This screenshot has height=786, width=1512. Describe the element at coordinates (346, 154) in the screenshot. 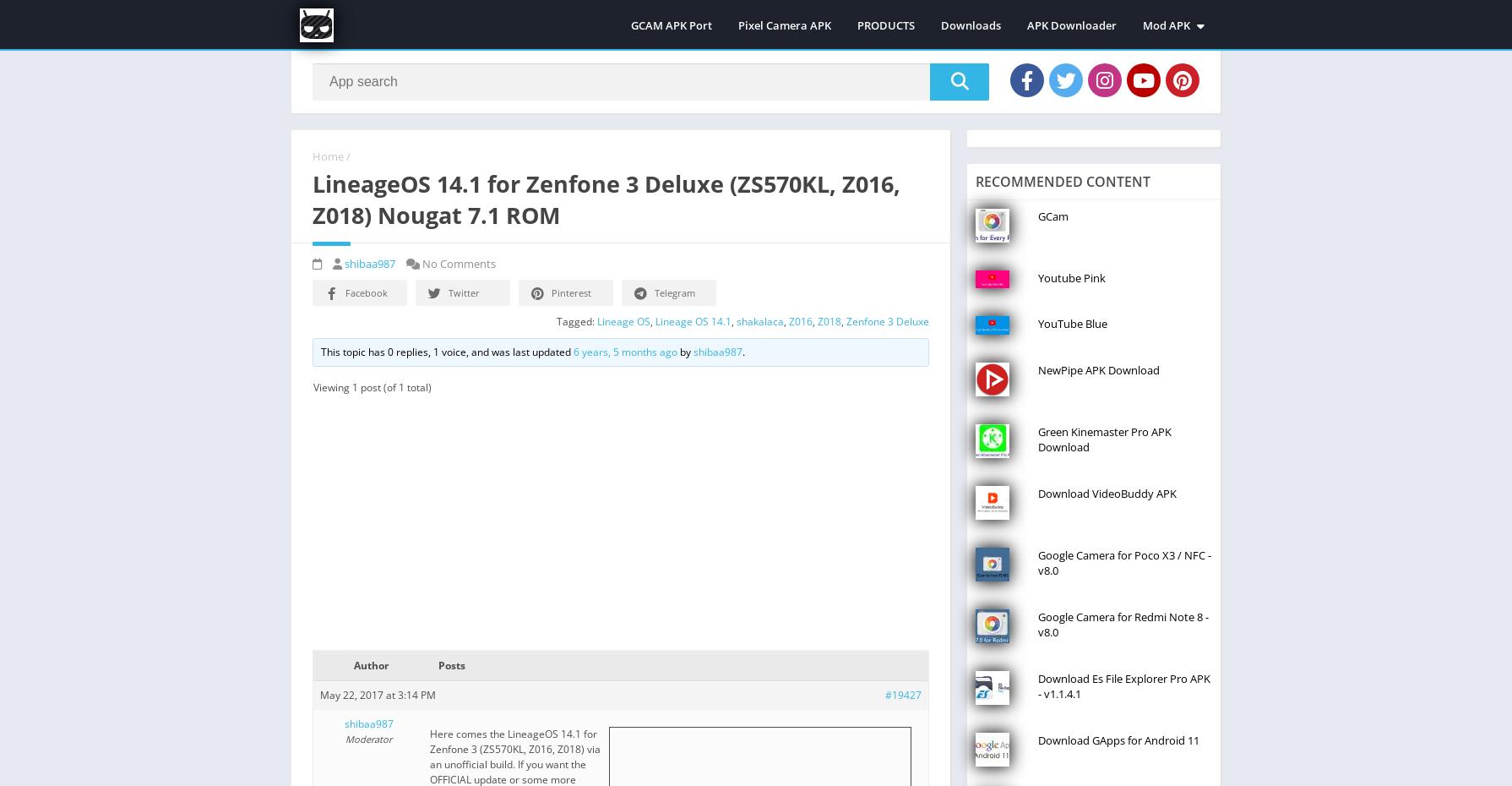

I see `'/'` at that location.